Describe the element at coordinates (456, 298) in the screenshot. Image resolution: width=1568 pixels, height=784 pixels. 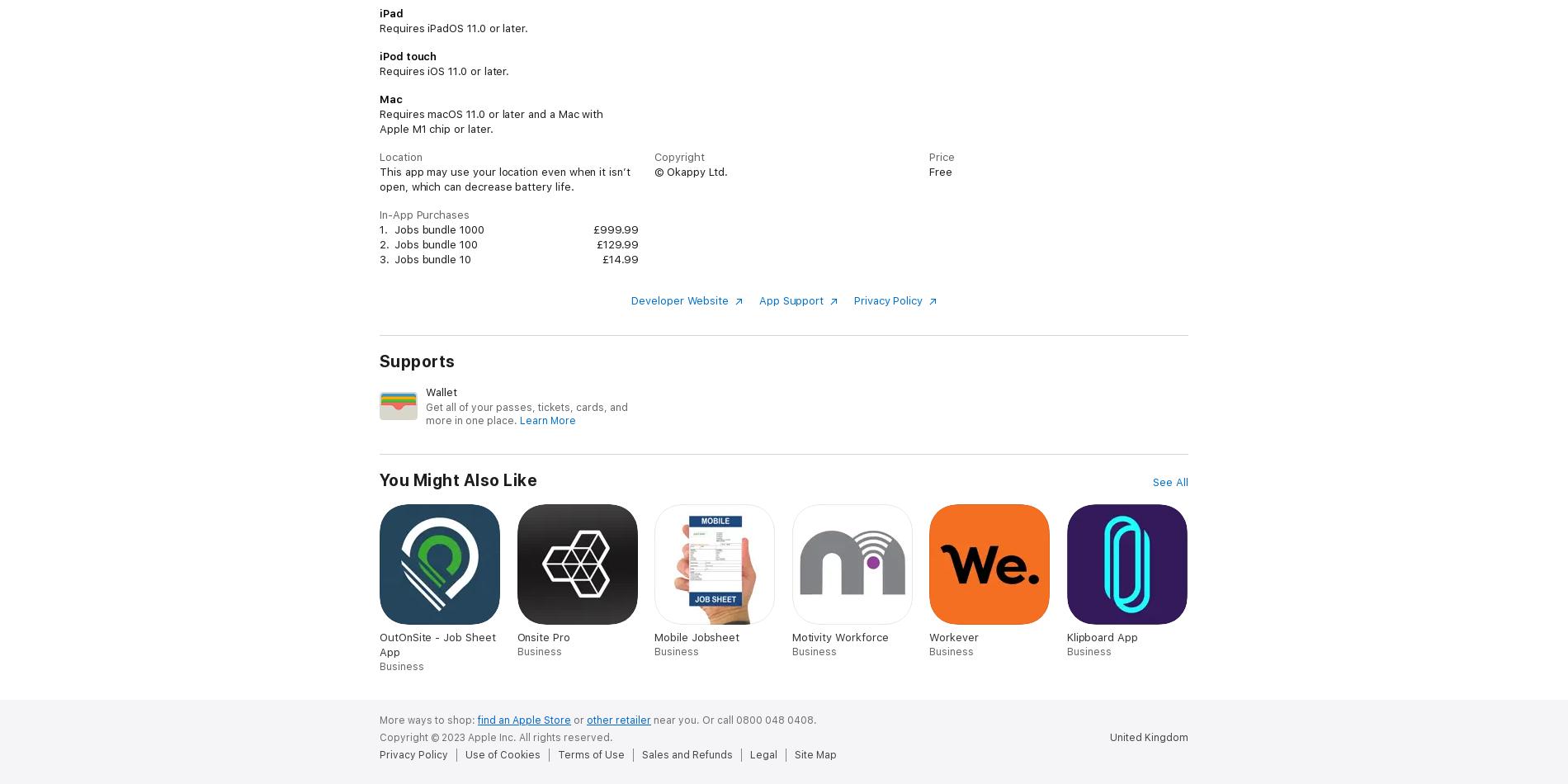
I see `'- Monitor outstanding invoices'` at that location.